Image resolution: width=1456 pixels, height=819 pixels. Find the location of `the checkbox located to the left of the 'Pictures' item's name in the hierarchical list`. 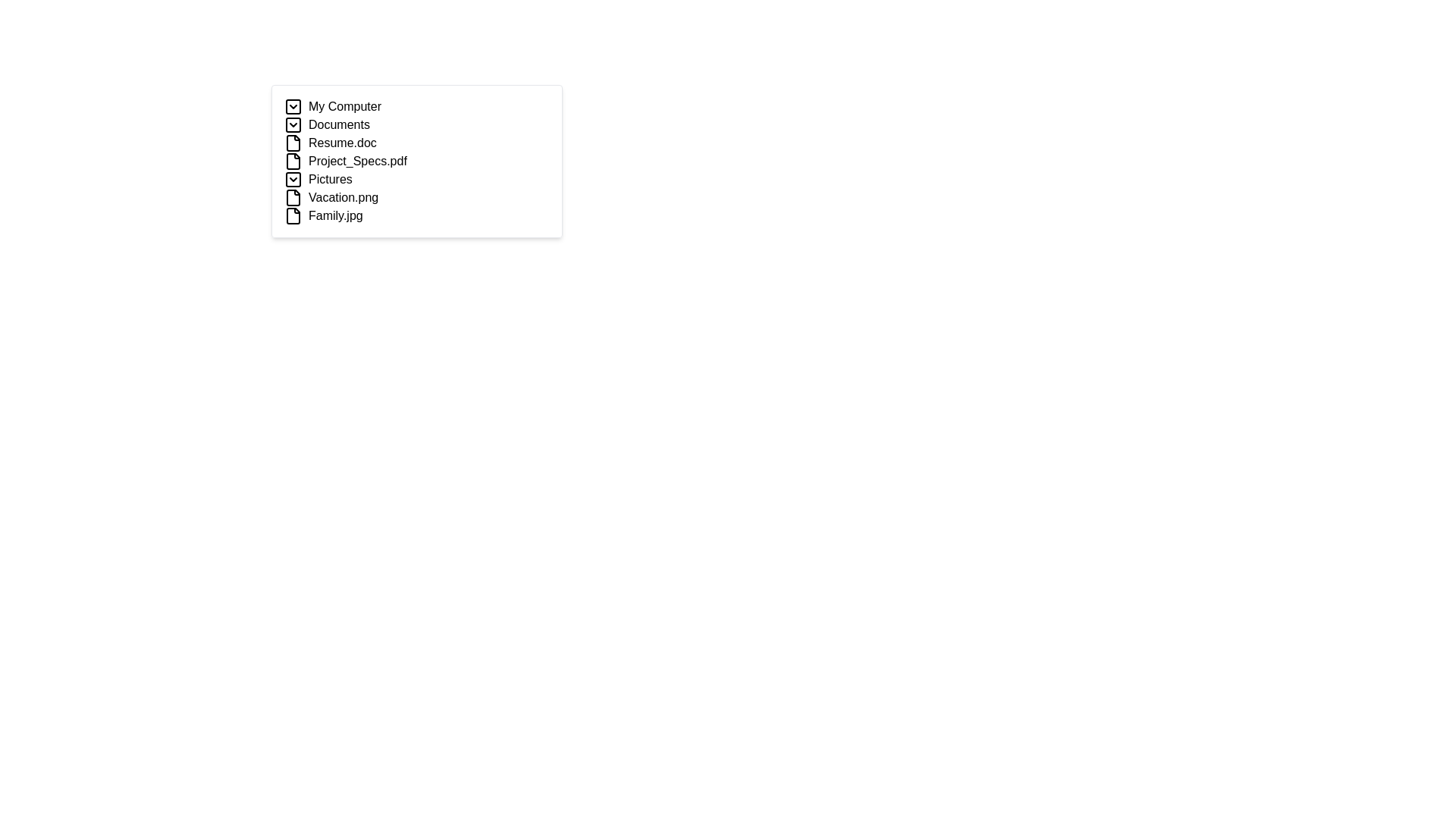

the checkbox located to the left of the 'Pictures' item's name in the hierarchical list is located at coordinates (293, 178).